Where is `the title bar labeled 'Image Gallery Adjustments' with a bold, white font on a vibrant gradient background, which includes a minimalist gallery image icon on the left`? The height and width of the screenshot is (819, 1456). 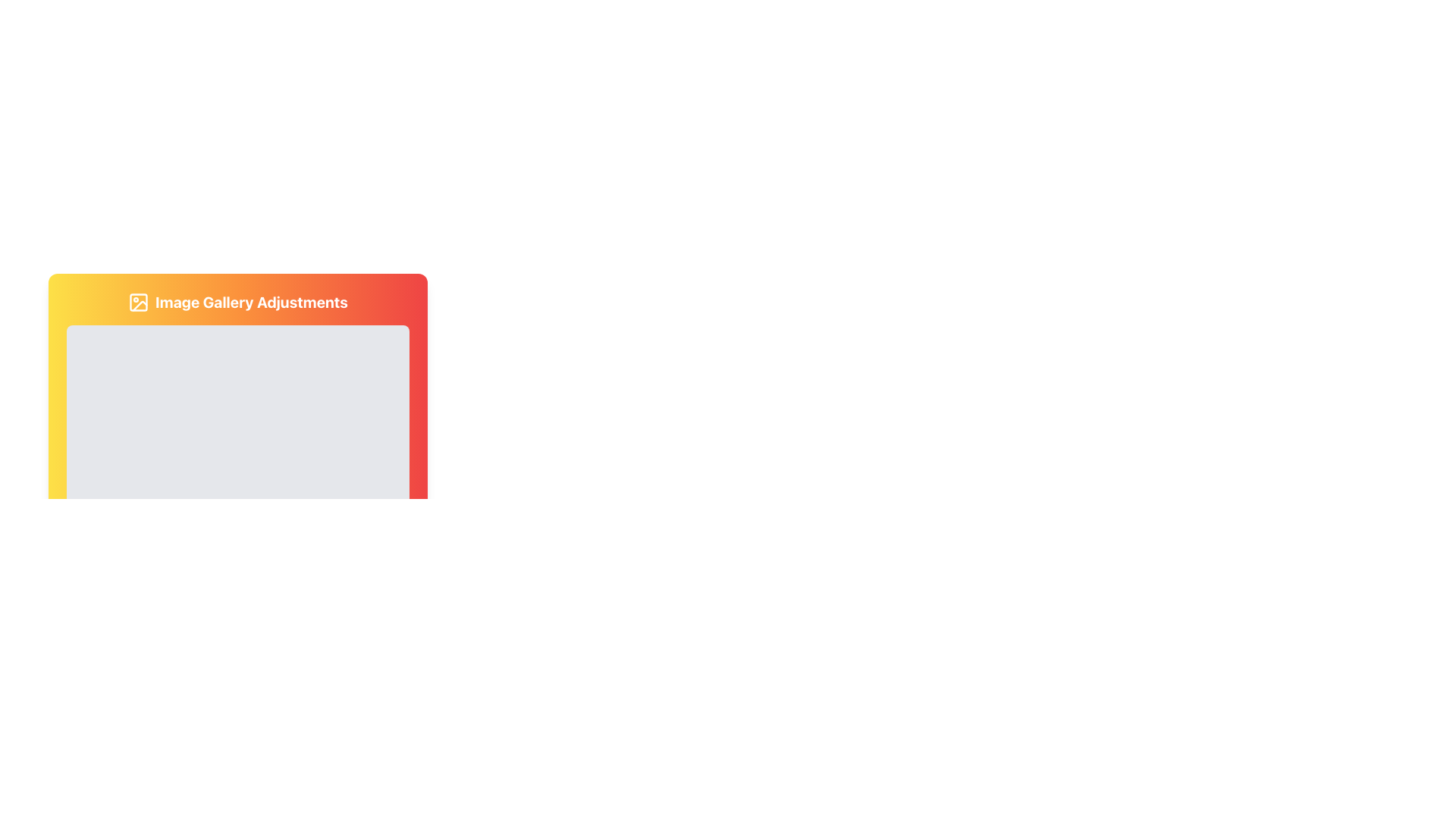
the title bar labeled 'Image Gallery Adjustments' with a bold, white font on a vibrant gradient background, which includes a minimalist gallery image icon on the left is located at coordinates (237, 302).